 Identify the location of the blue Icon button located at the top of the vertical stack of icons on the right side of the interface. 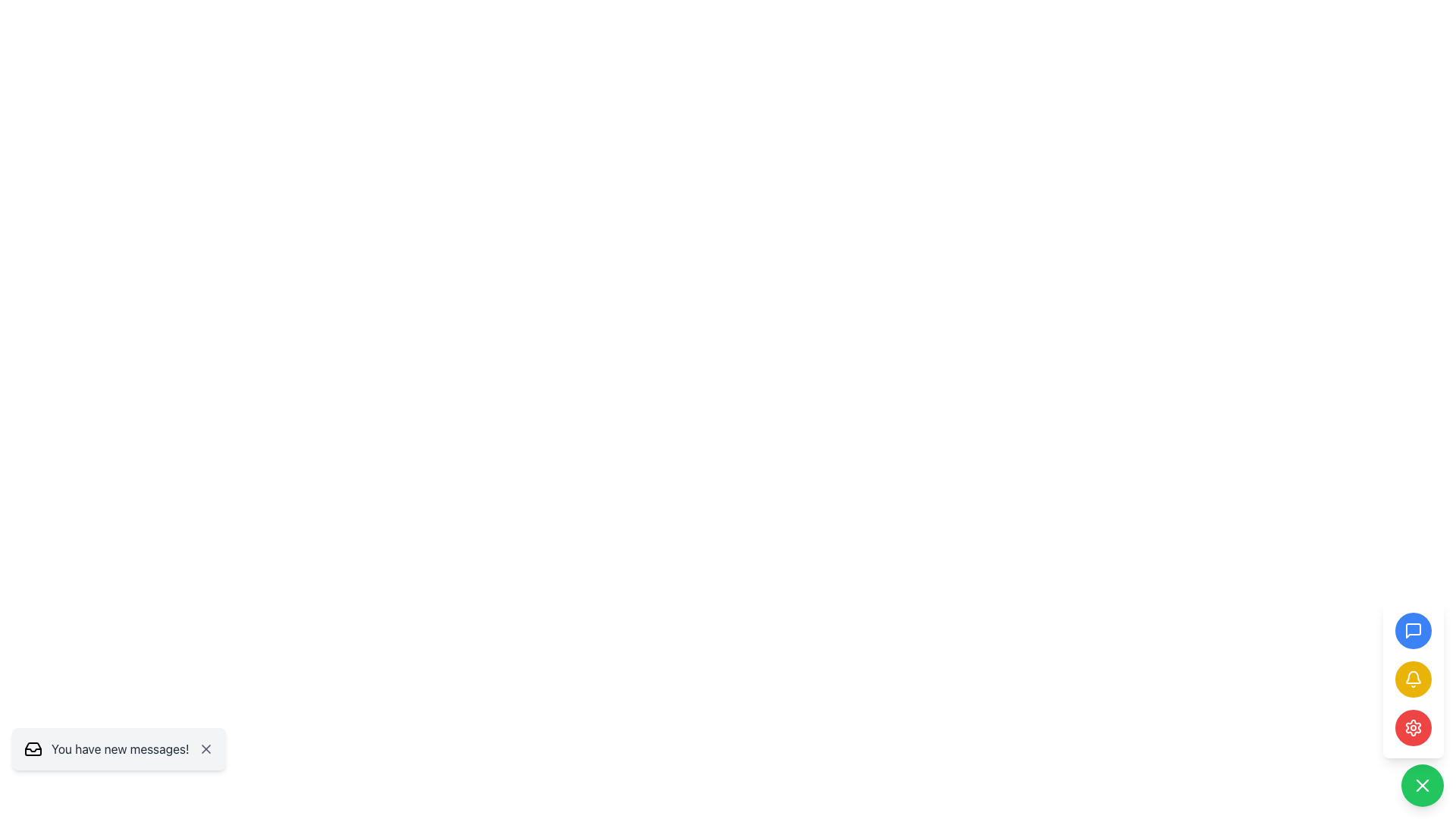
(1412, 631).